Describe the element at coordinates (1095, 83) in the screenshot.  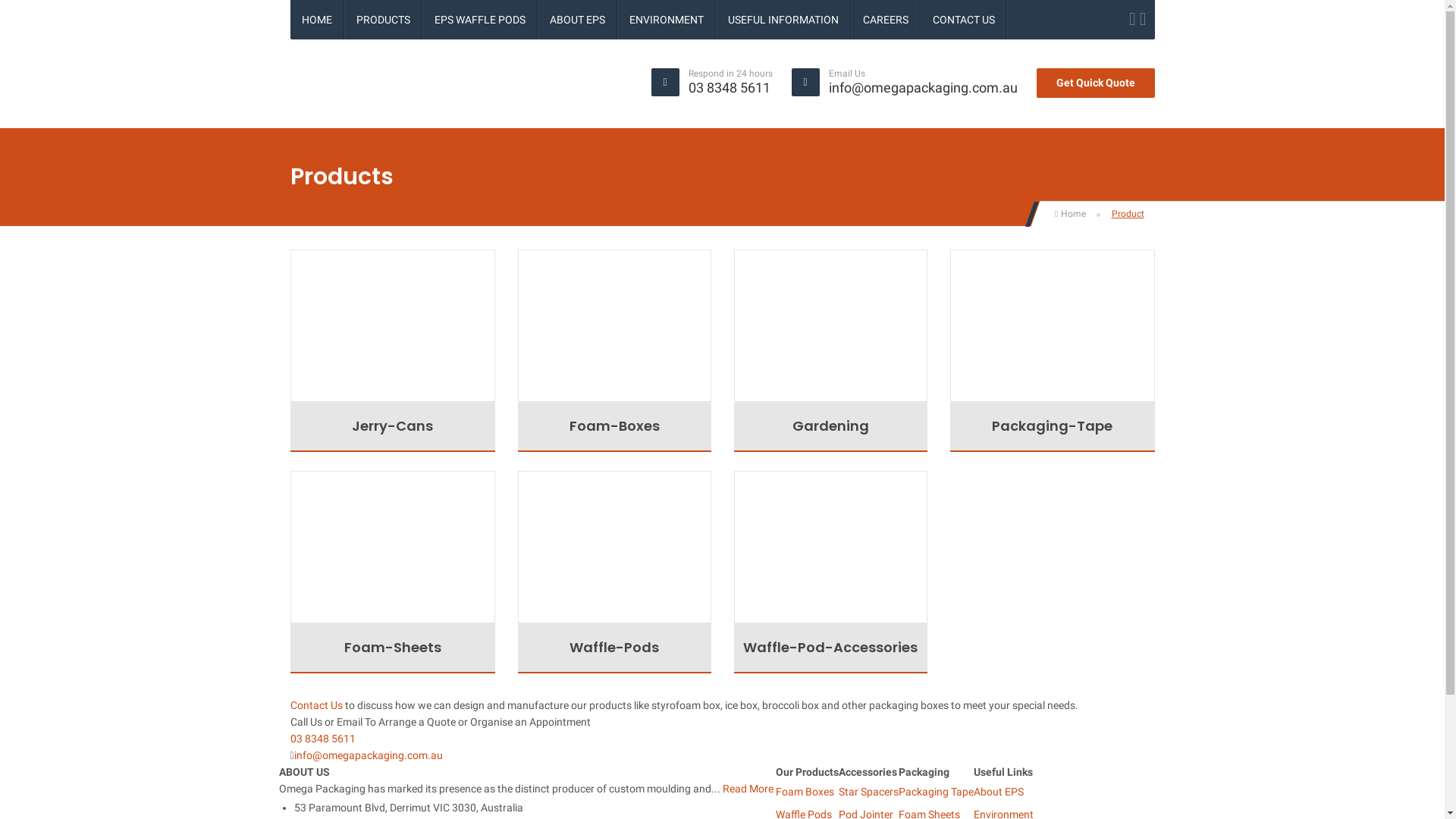
I see `'Get Quick Quote'` at that location.